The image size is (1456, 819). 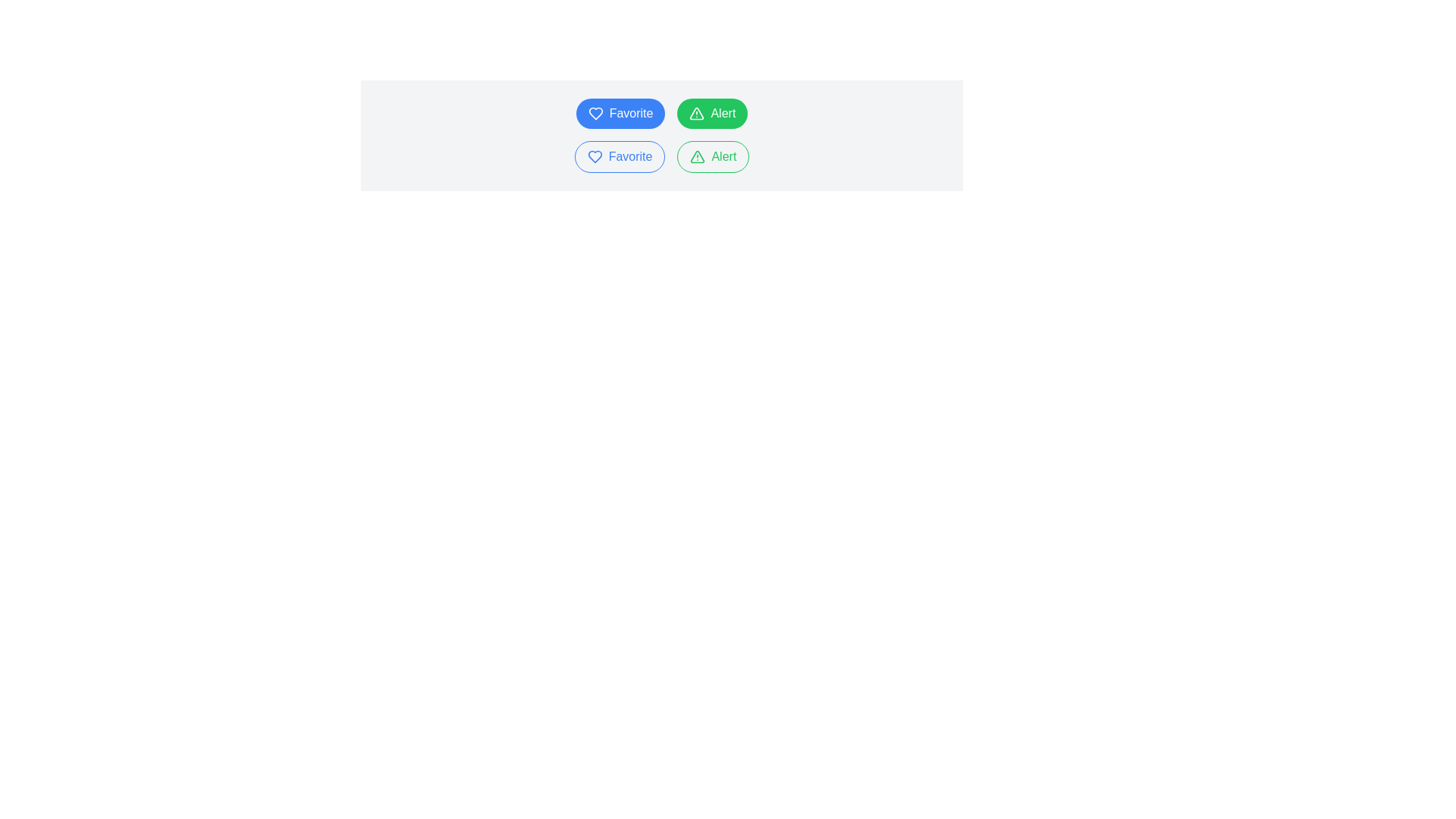 What do you see at coordinates (711, 113) in the screenshot?
I see `the 'Alert' button with a green background and white text` at bounding box center [711, 113].